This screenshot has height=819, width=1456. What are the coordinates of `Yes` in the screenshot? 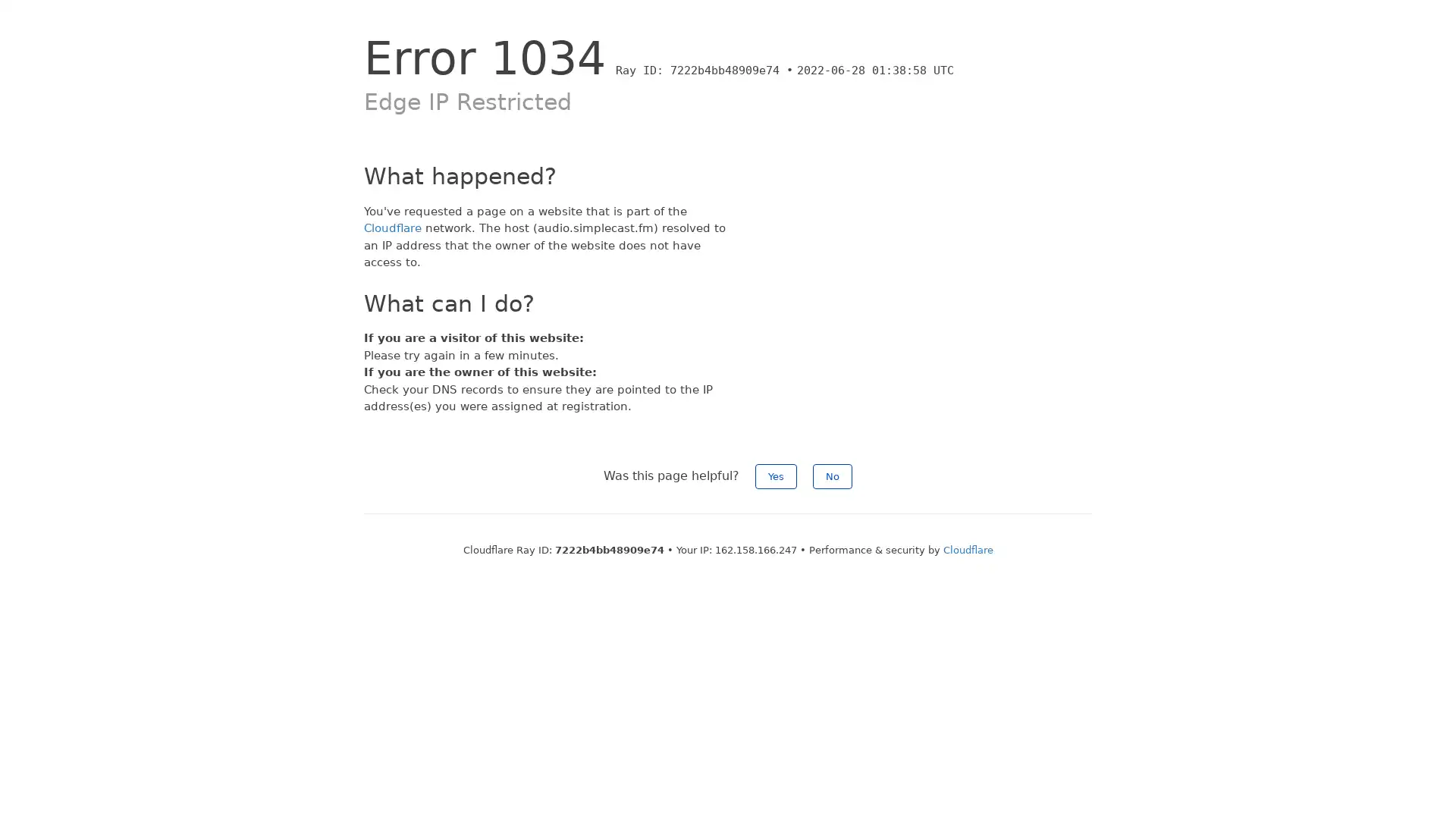 It's located at (776, 475).